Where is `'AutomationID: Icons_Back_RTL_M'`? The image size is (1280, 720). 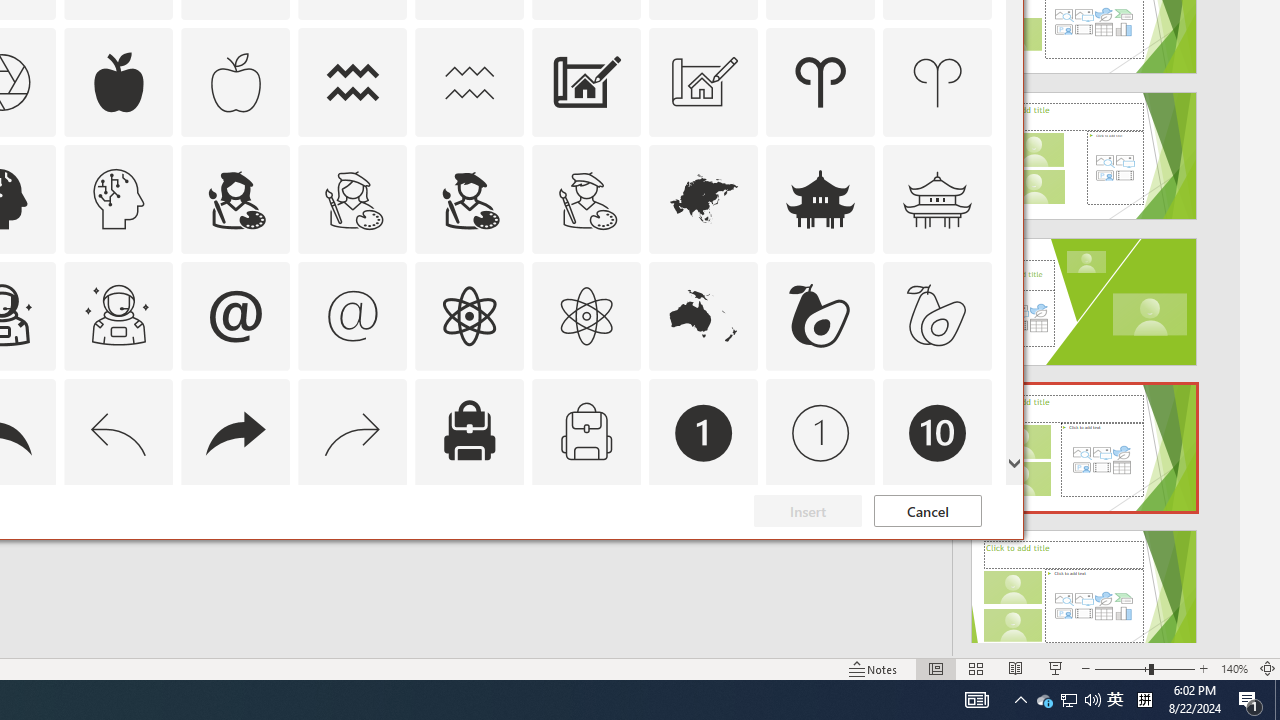
'AutomationID: Icons_Back_RTL_M' is located at coordinates (353, 431).